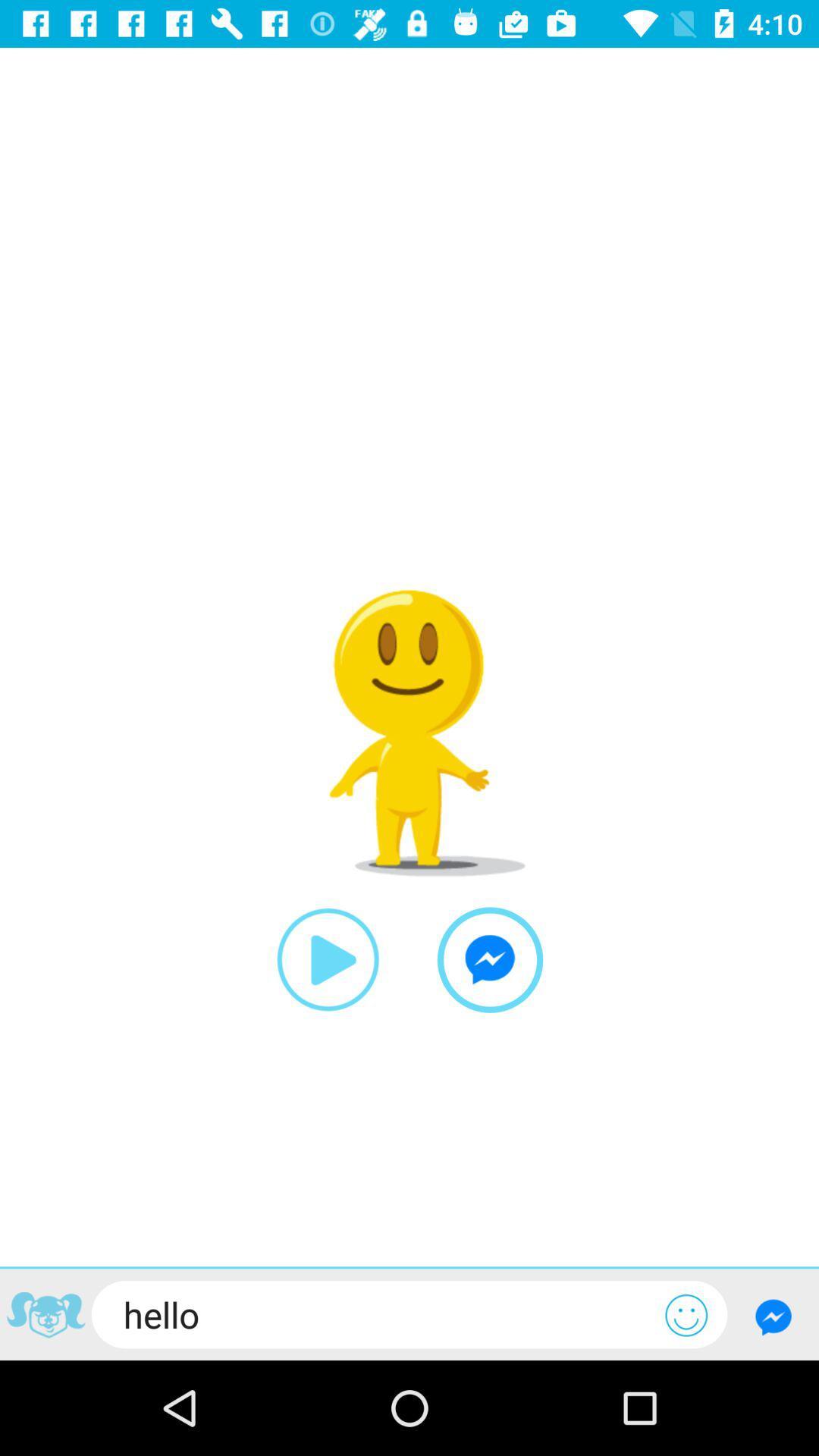 This screenshot has width=819, height=1456. I want to click on open emoji keyboard, so click(686, 1314).